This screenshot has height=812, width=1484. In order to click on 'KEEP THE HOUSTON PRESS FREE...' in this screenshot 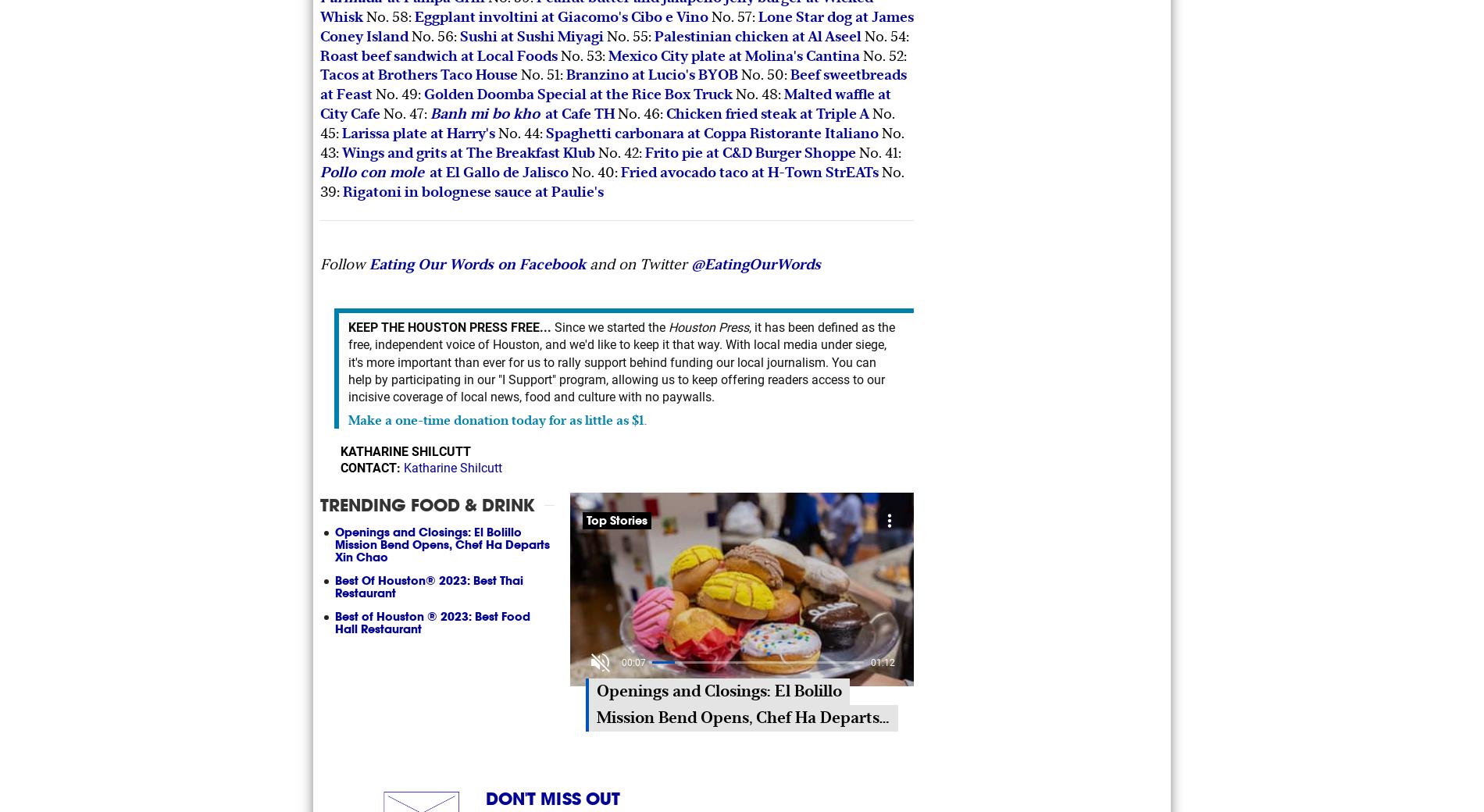, I will do `click(450, 326)`.